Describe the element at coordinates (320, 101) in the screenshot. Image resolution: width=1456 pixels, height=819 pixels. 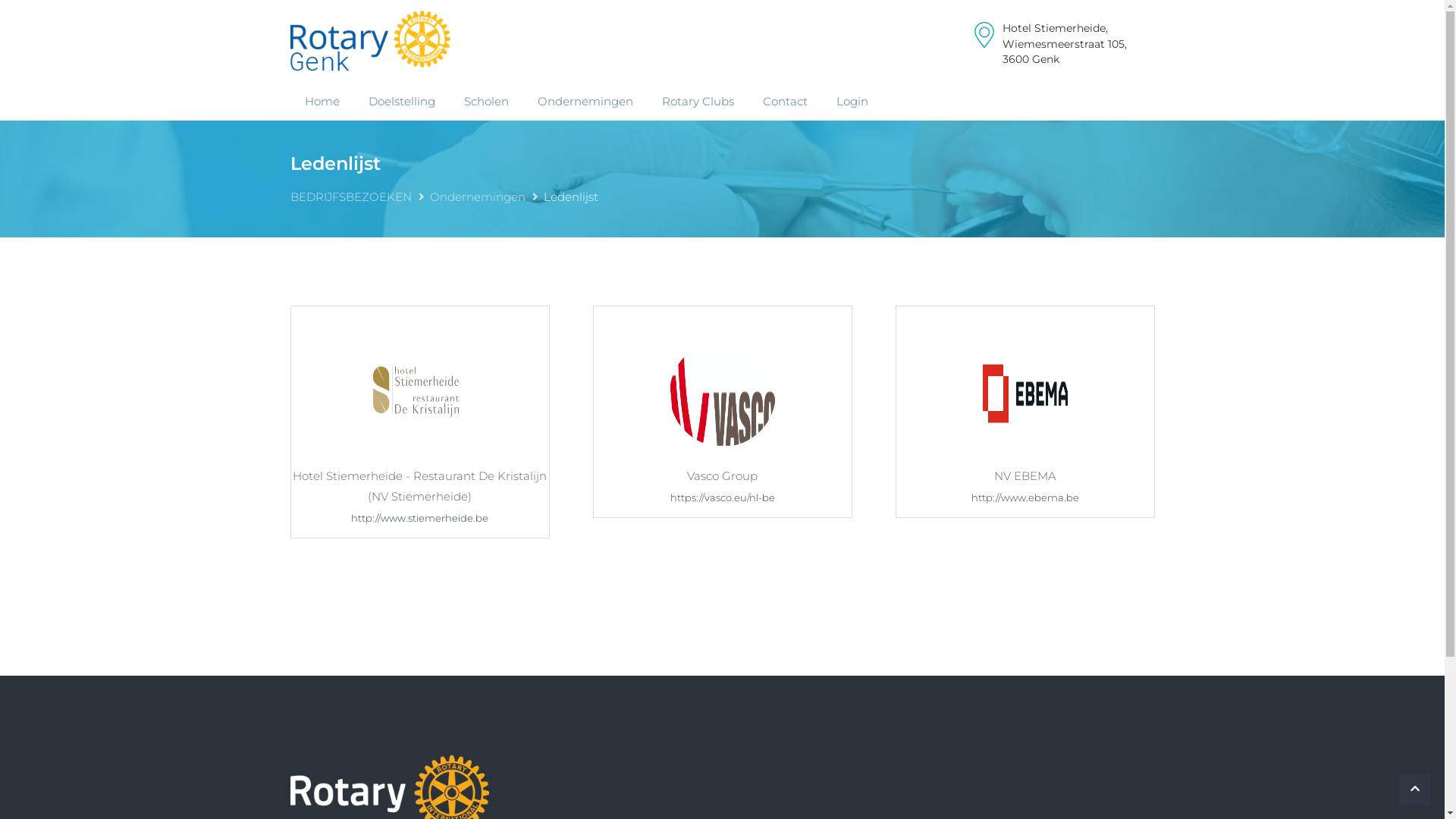
I see `'Home'` at that location.